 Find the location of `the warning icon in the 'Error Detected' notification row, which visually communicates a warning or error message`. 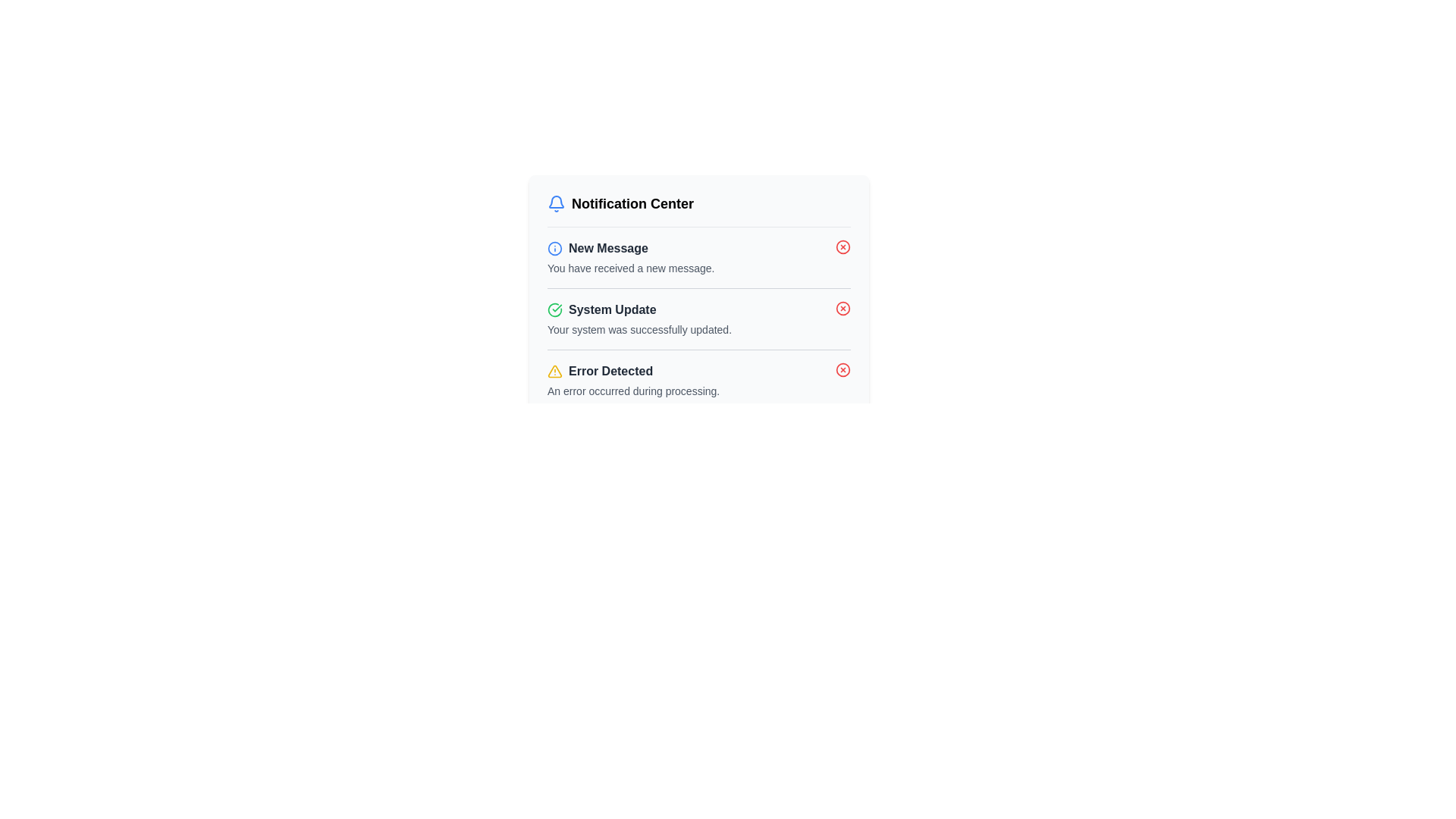

the warning icon in the 'Error Detected' notification row, which visually communicates a warning or error message is located at coordinates (554, 371).